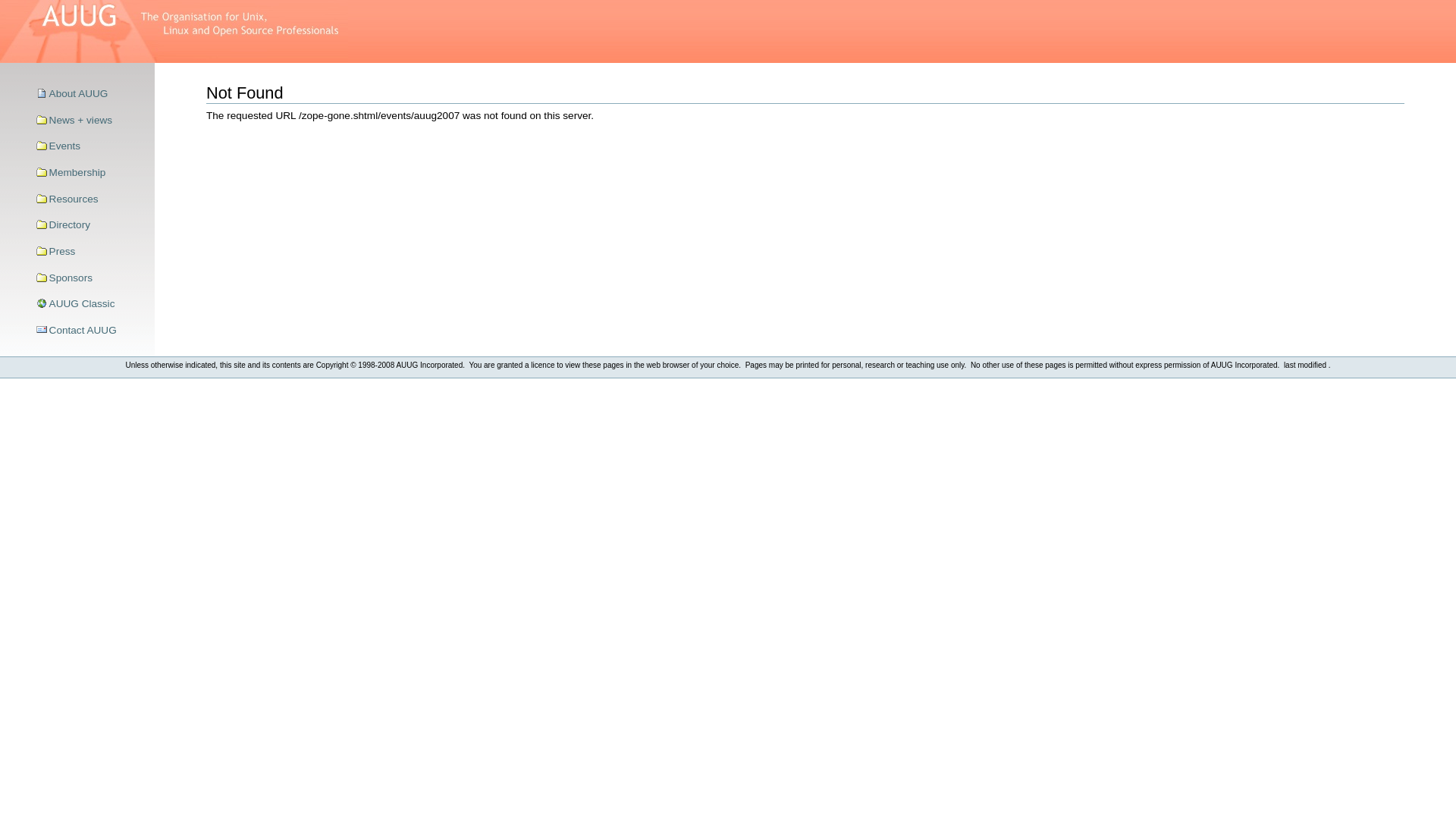  What do you see at coordinates (89, 278) in the screenshot?
I see `'Sponsors'` at bounding box center [89, 278].